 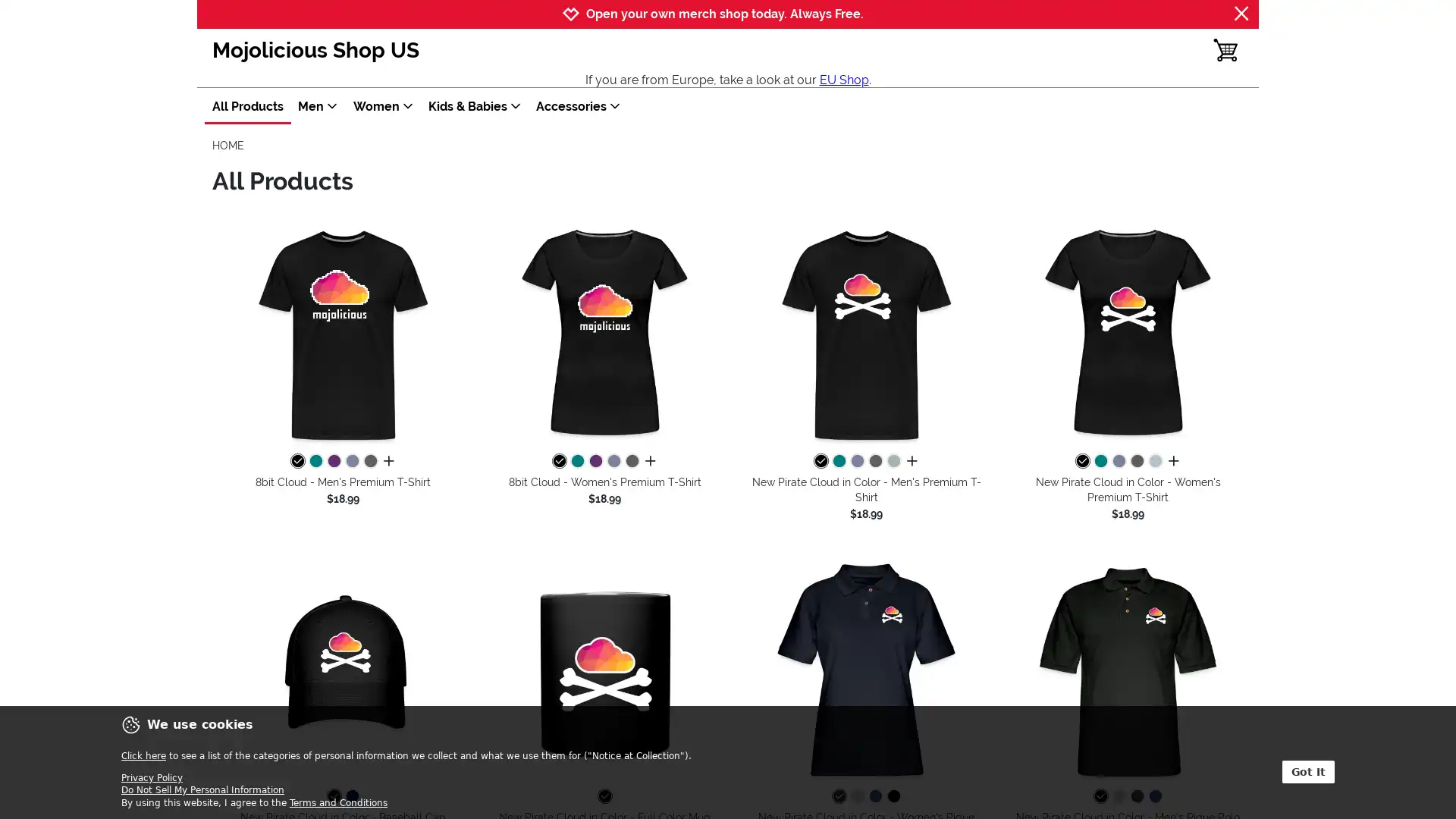 What do you see at coordinates (893, 461) in the screenshot?
I see `steel green` at bounding box center [893, 461].